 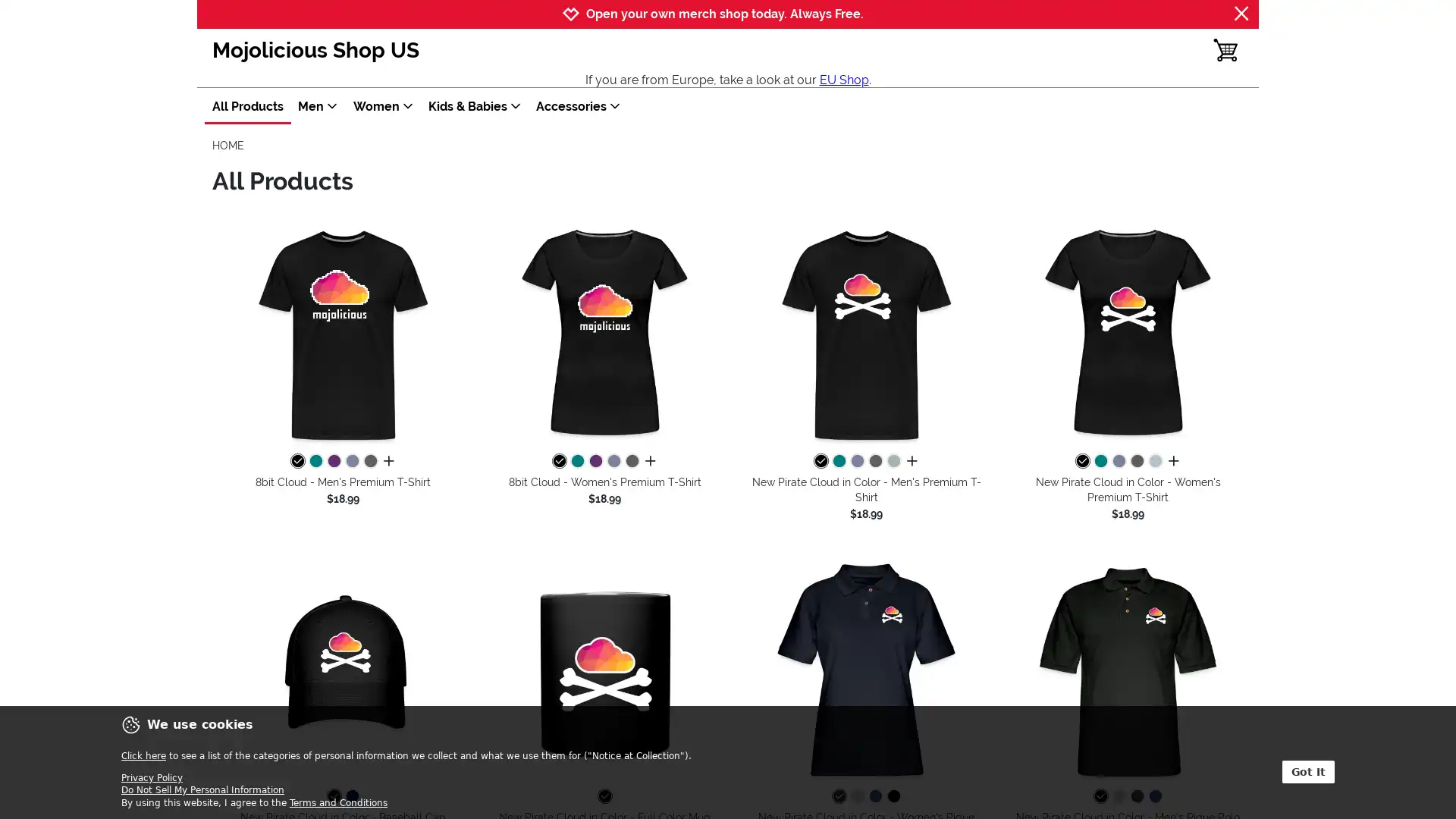 What do you see at coordinates (893, 461) in the screenshot?
I see `steel green` at bounding box center [893, 461].